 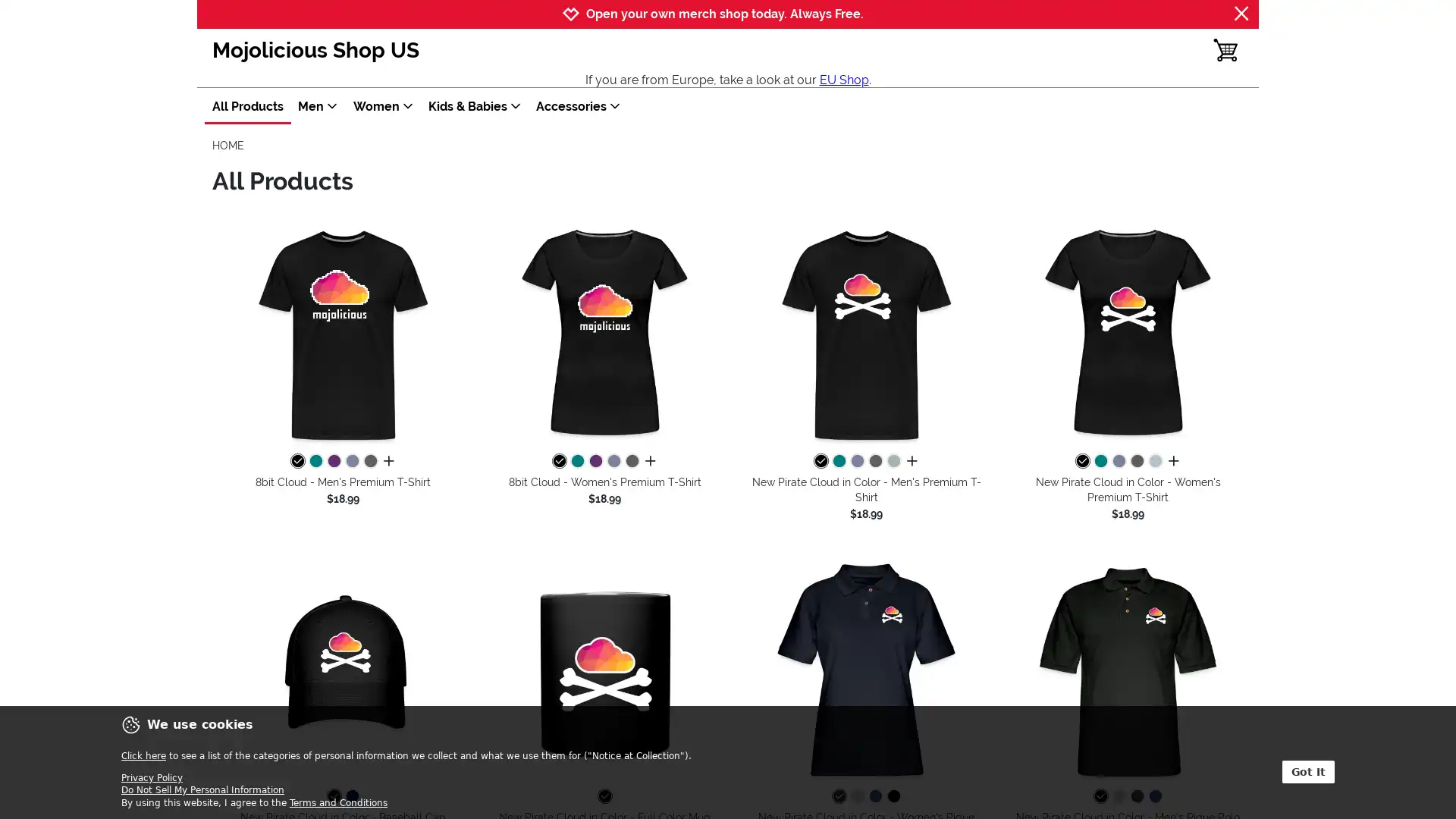 What do you see at coordinates (893, 461) in the screenshot?
I see `steel green` at bounding box center [893, 461].